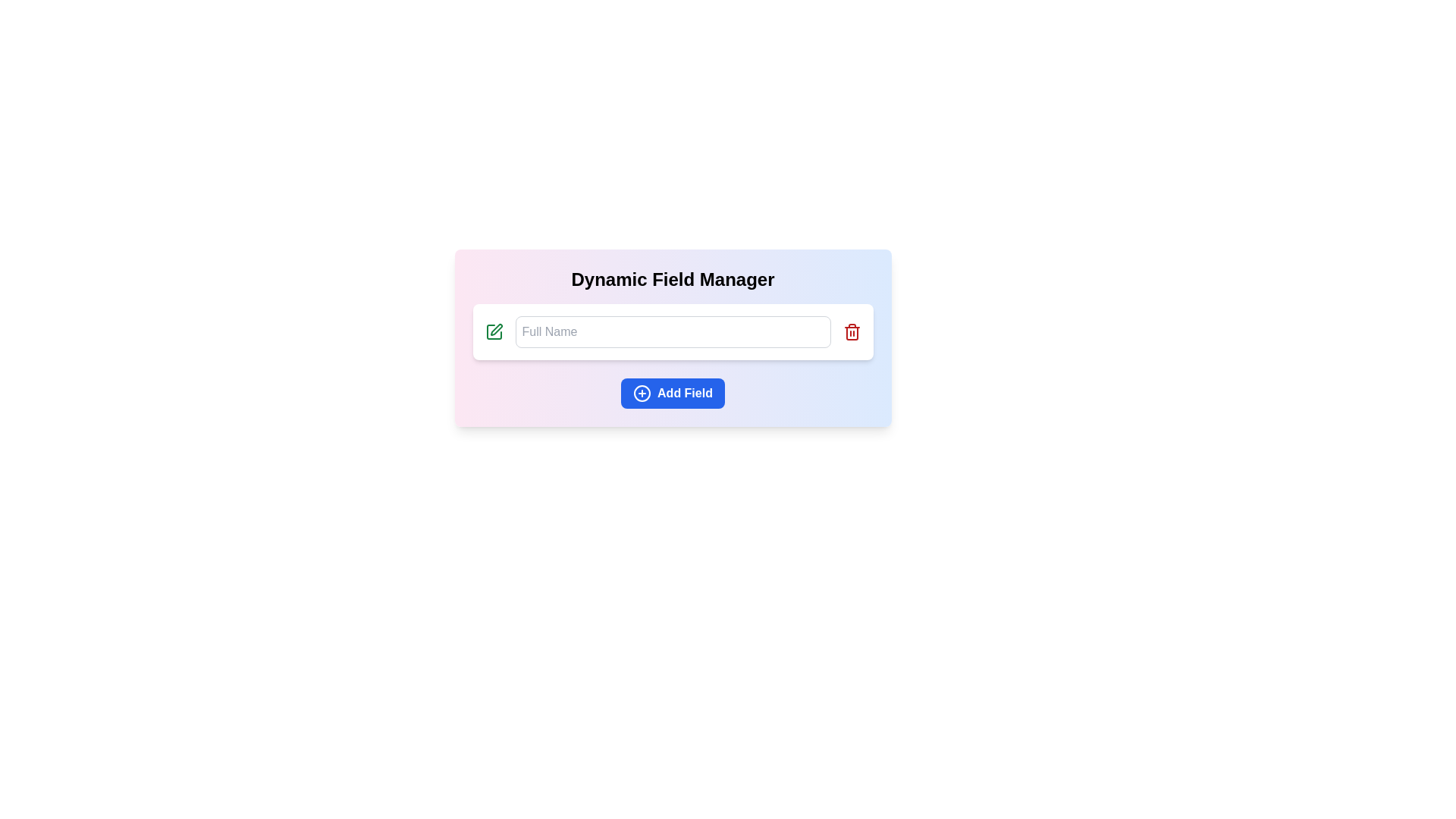  What do you see at coordinates (642, 393) in the screenshot?
I see `the ornamental SVG Circle within the 'Add Field' button, which has a bold blue background and is located at the bottom center of the interface` at bounding box center [642, 393].